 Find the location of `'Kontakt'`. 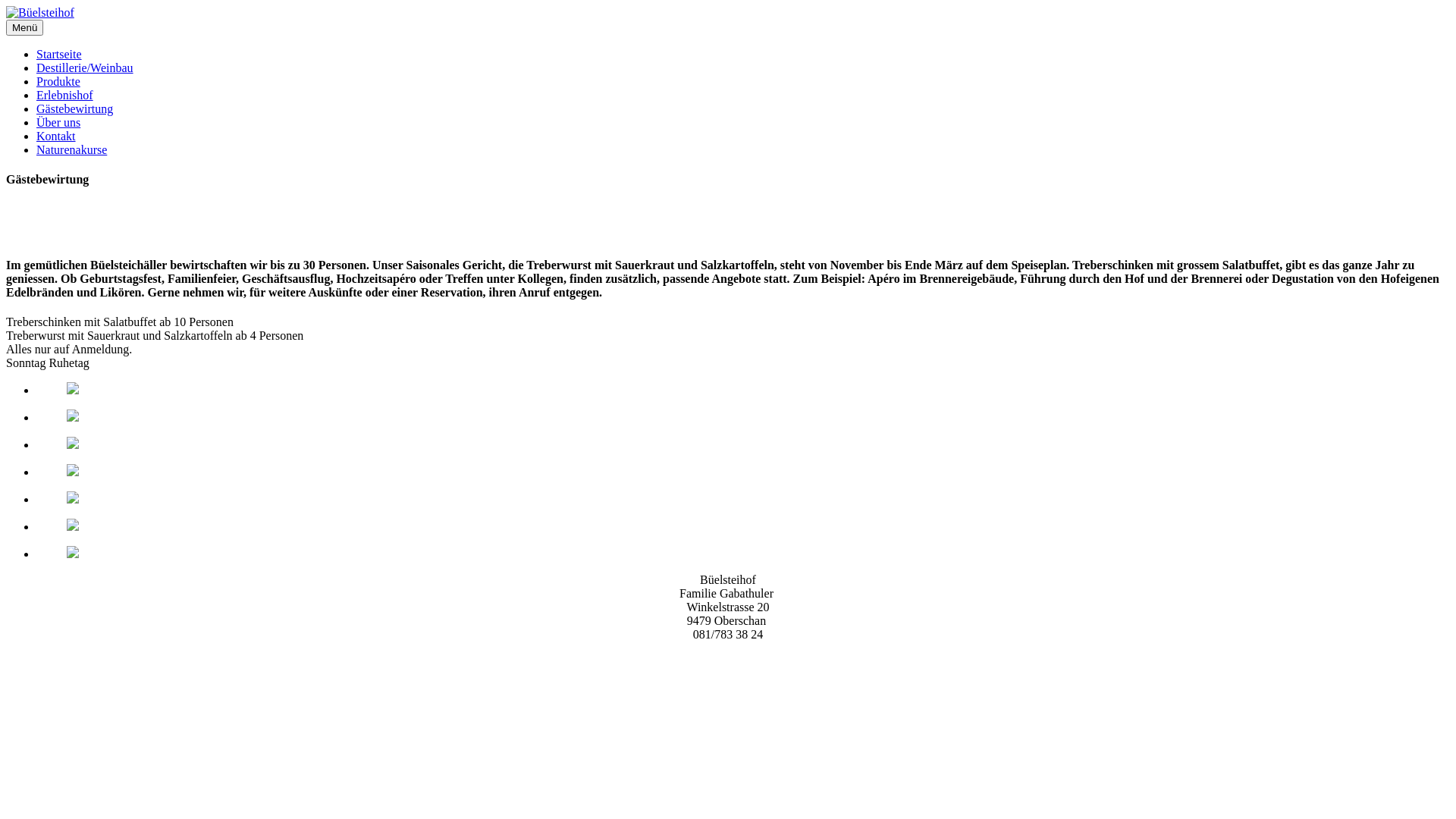

'Kontakt' is located at coordinates (55, 135).